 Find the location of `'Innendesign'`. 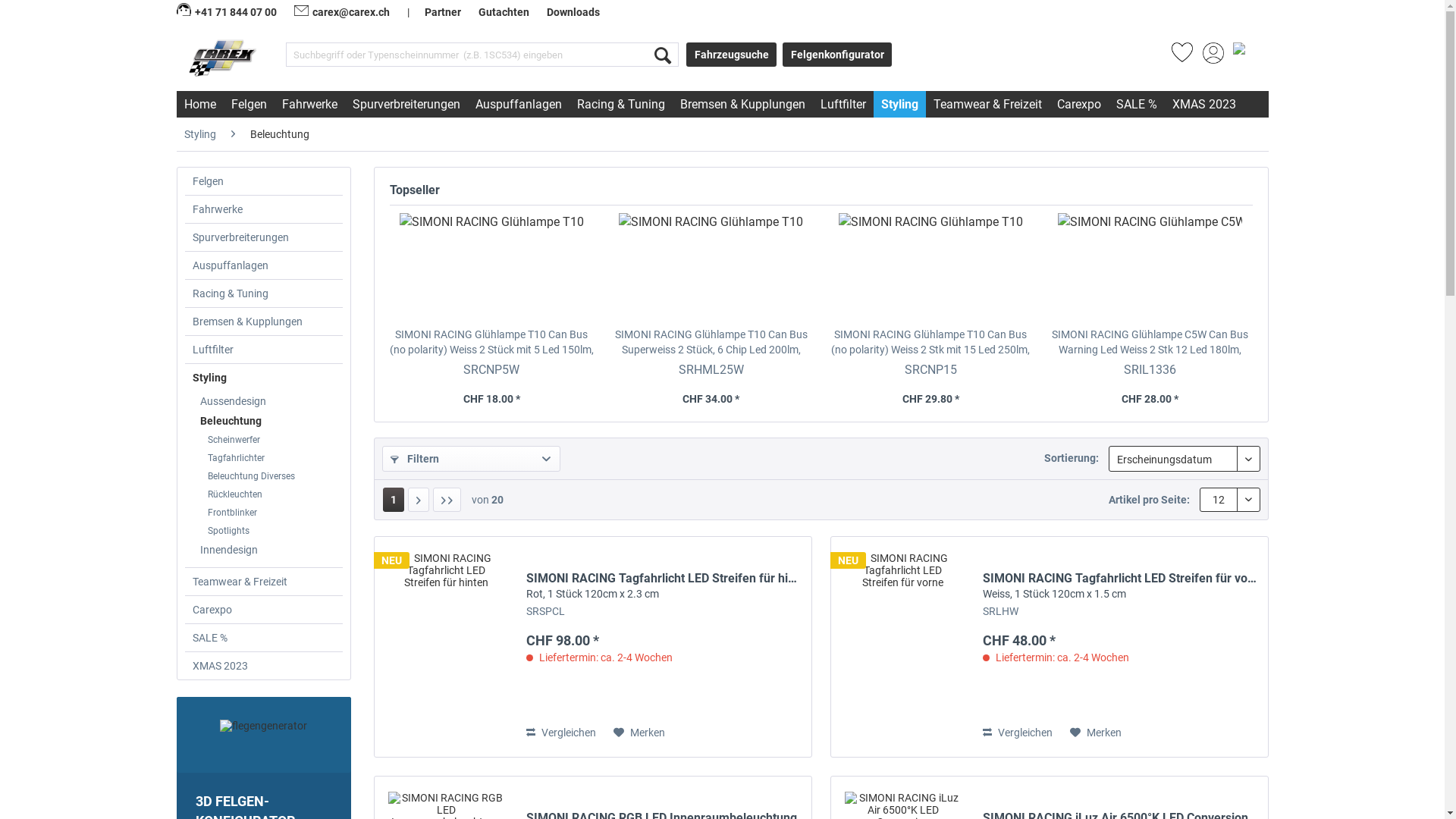

'Innendesign' is located at coordinates (268, 550).